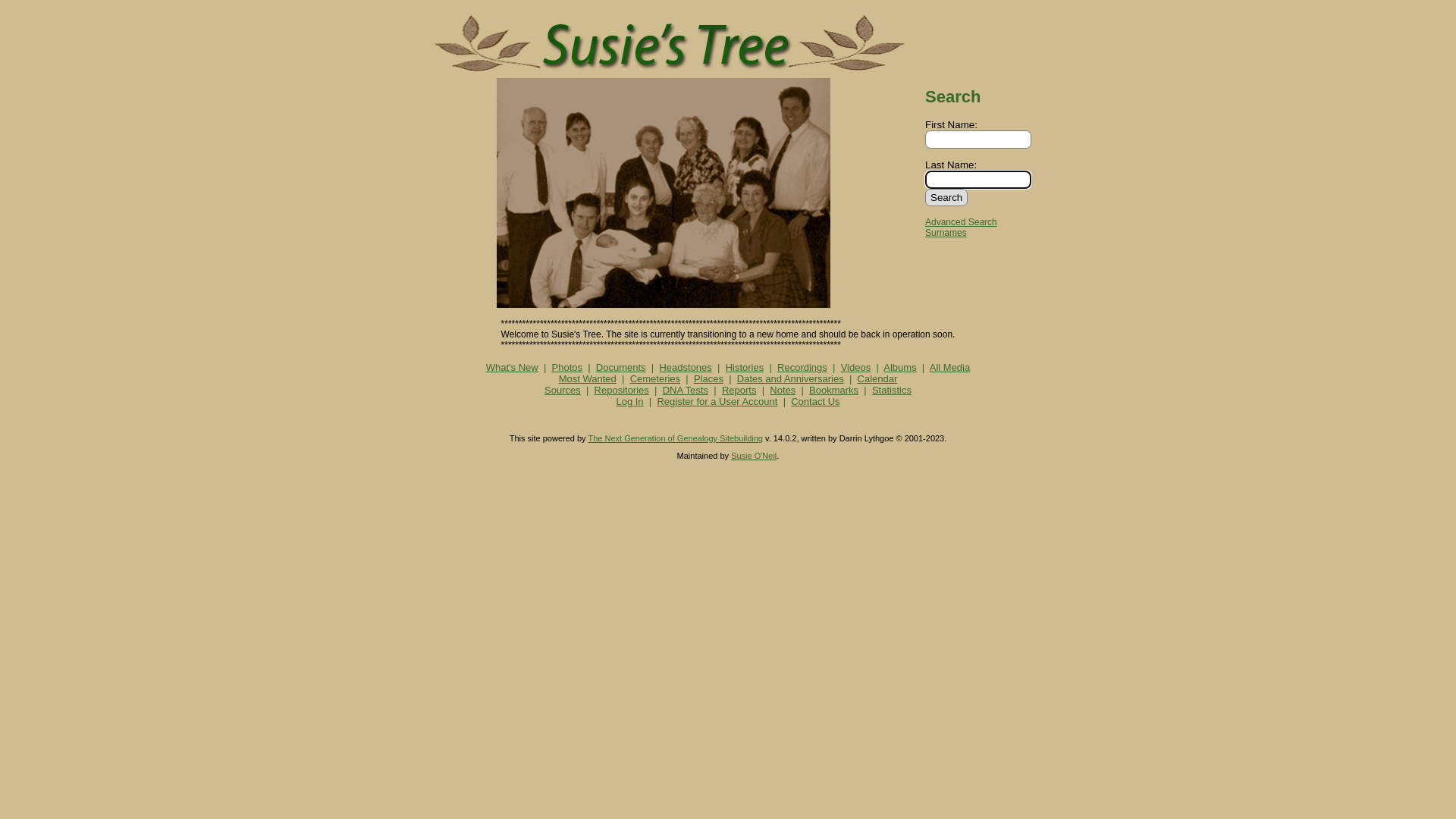  I want to click on 'Most Wanted', so click(586, 378).